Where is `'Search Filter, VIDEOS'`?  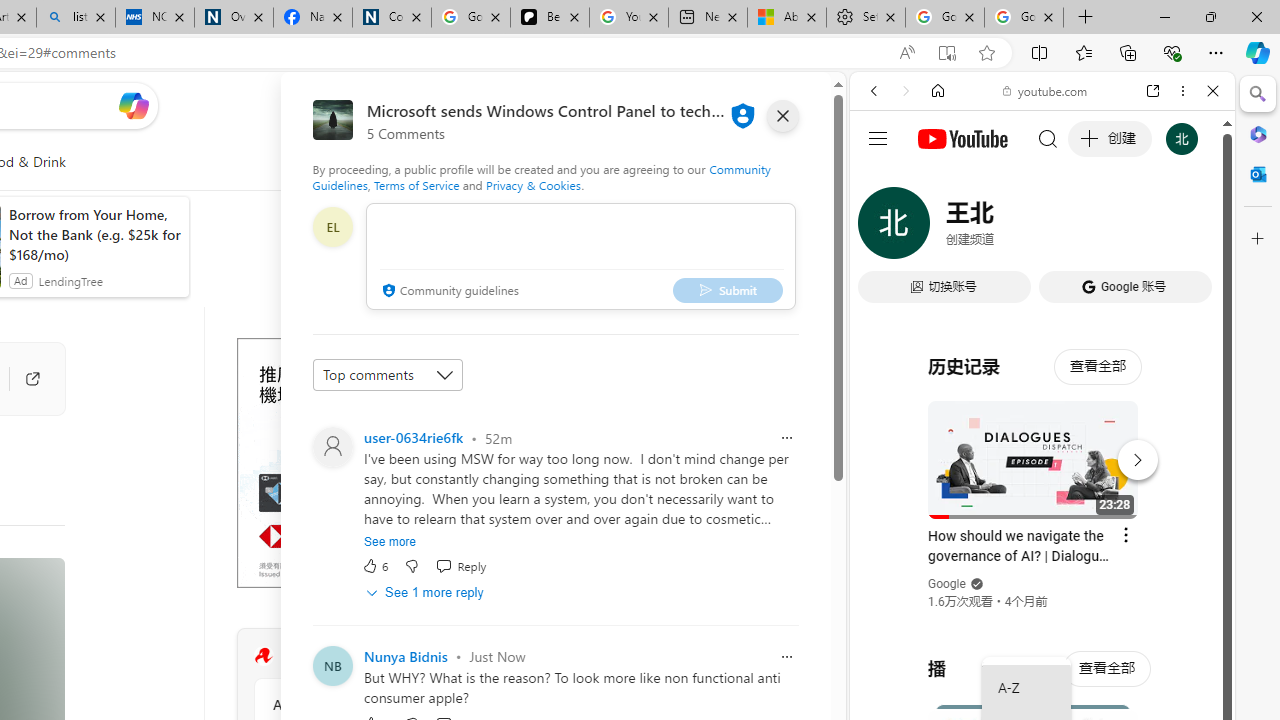 'Search Filter, VIDEOS' is located at coordinates (1006, 227).